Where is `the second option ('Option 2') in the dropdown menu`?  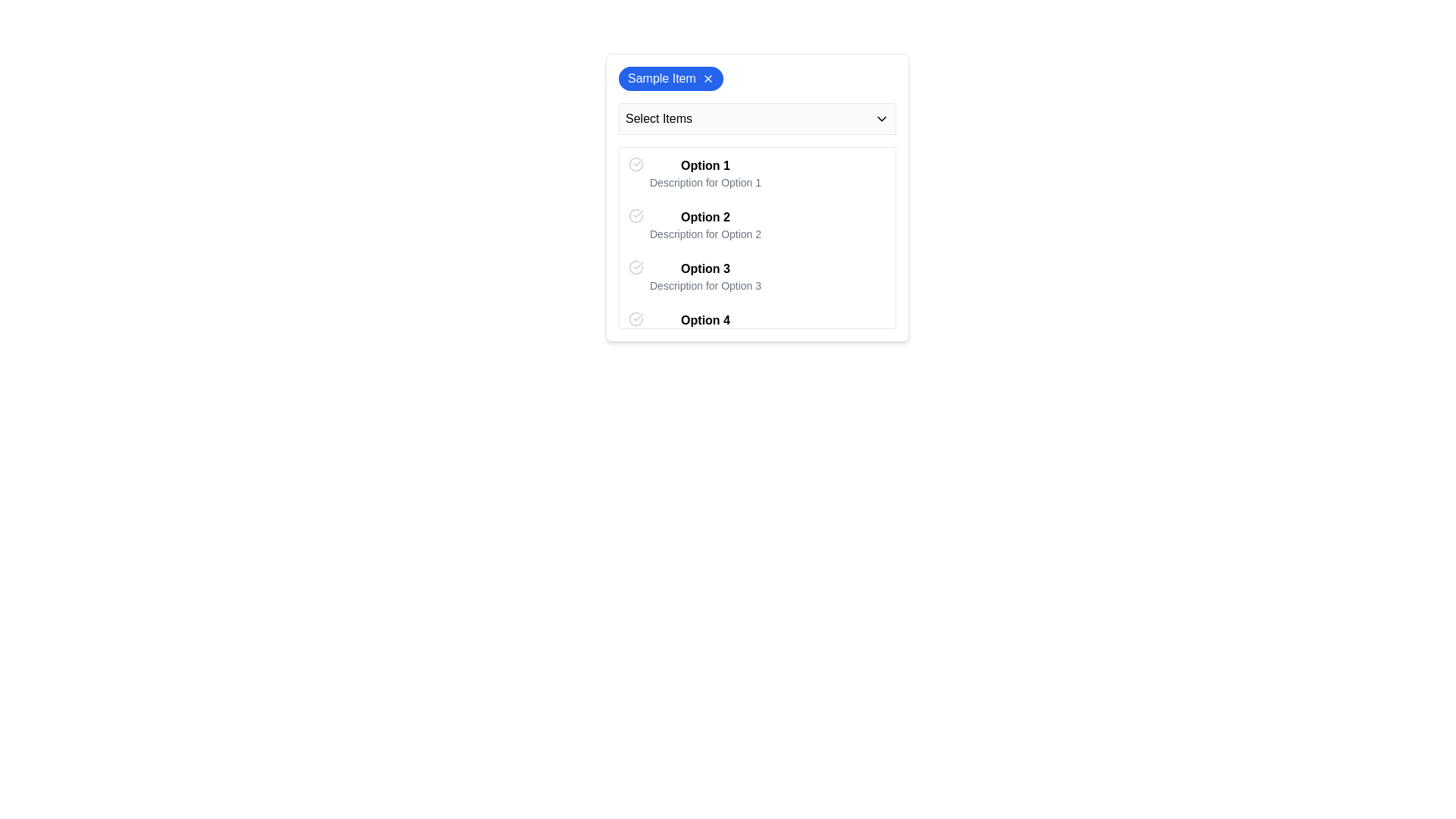 the second option ('Option 2') in the dropdown menu is located at coordinates (757, 237).